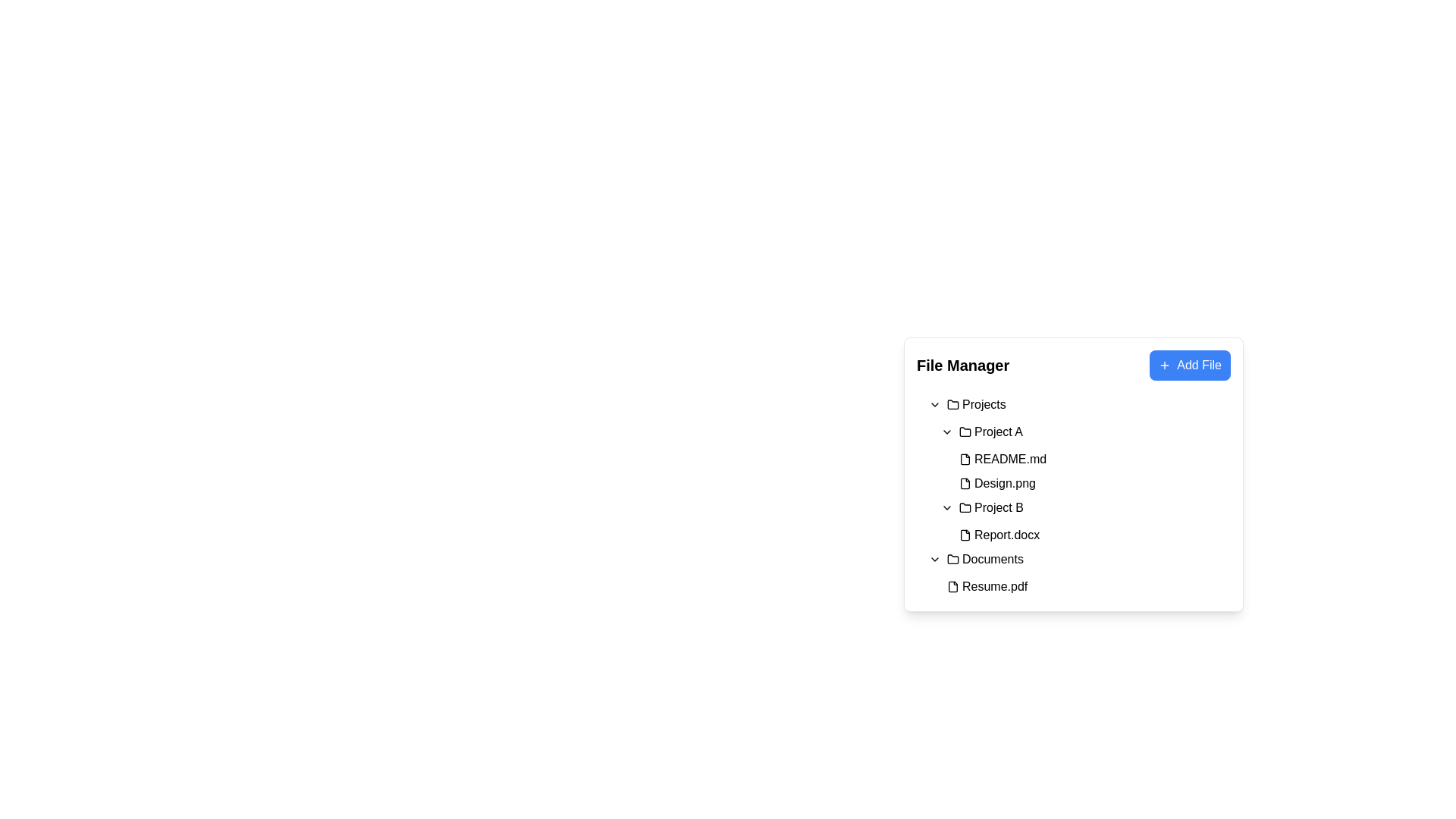 Image resolution: width=1456 pixels, height=819 pixels. Describe the element at coordinates (1198, 366) in the screenshot. I see `the 'Add File' text label which is styled with white text on a blue background, located within a button next to a '+' icon` at that location.